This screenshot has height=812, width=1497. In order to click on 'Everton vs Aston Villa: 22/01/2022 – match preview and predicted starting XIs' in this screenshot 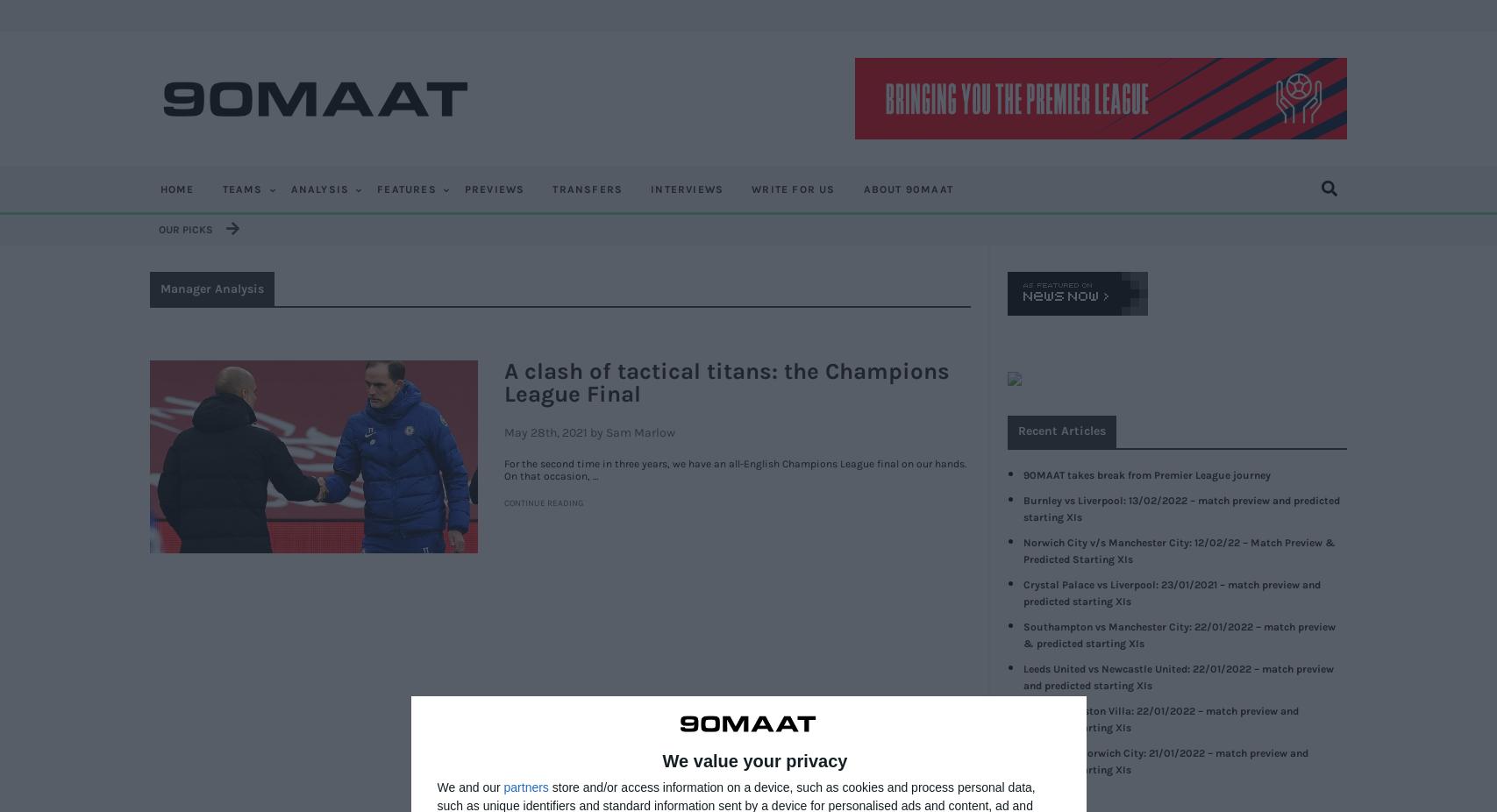, I will do `click(1158, 718)`.